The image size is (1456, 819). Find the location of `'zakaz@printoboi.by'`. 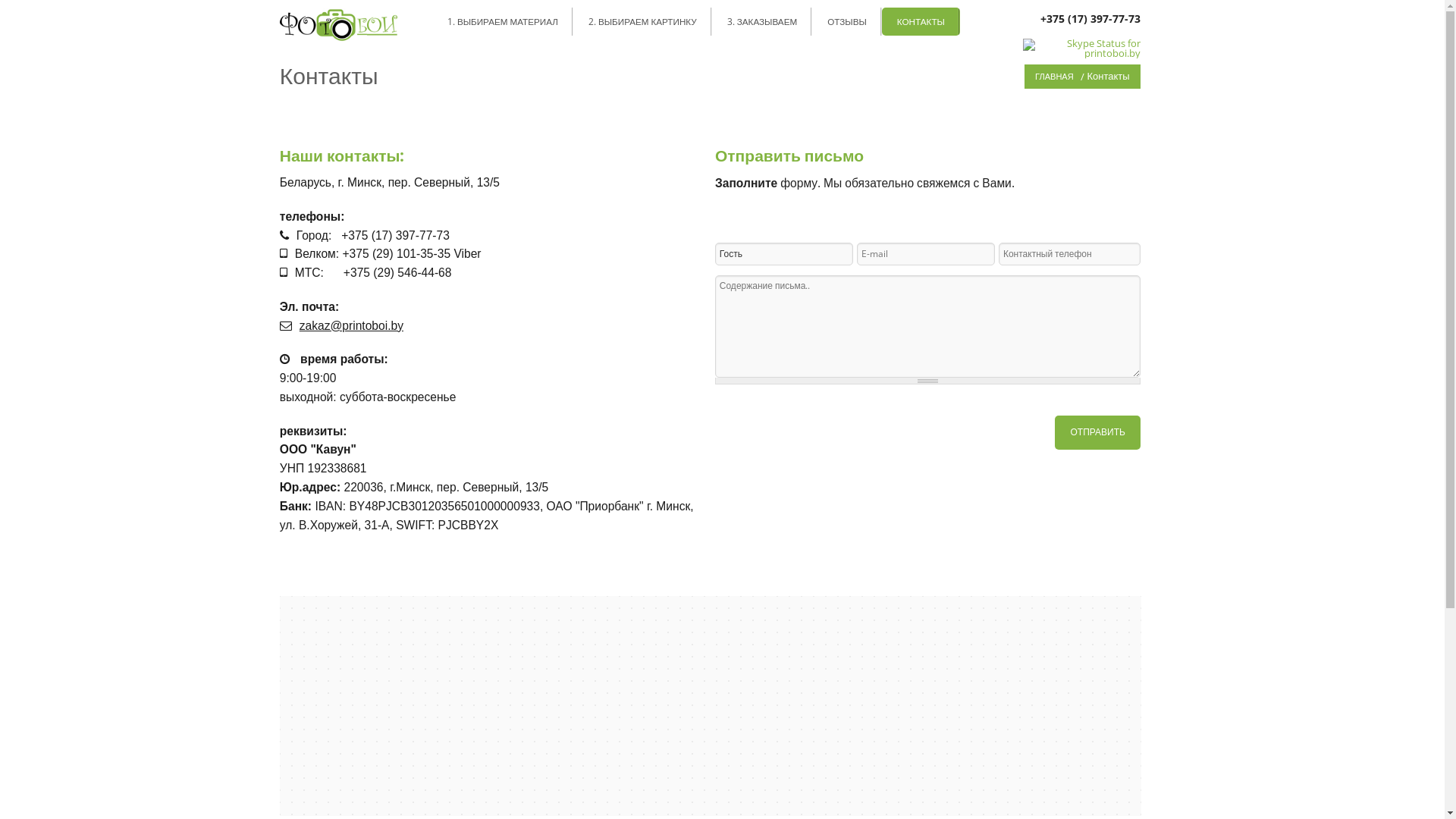

'zakaz@printoboi.by' is located at coordinates (350, 325).